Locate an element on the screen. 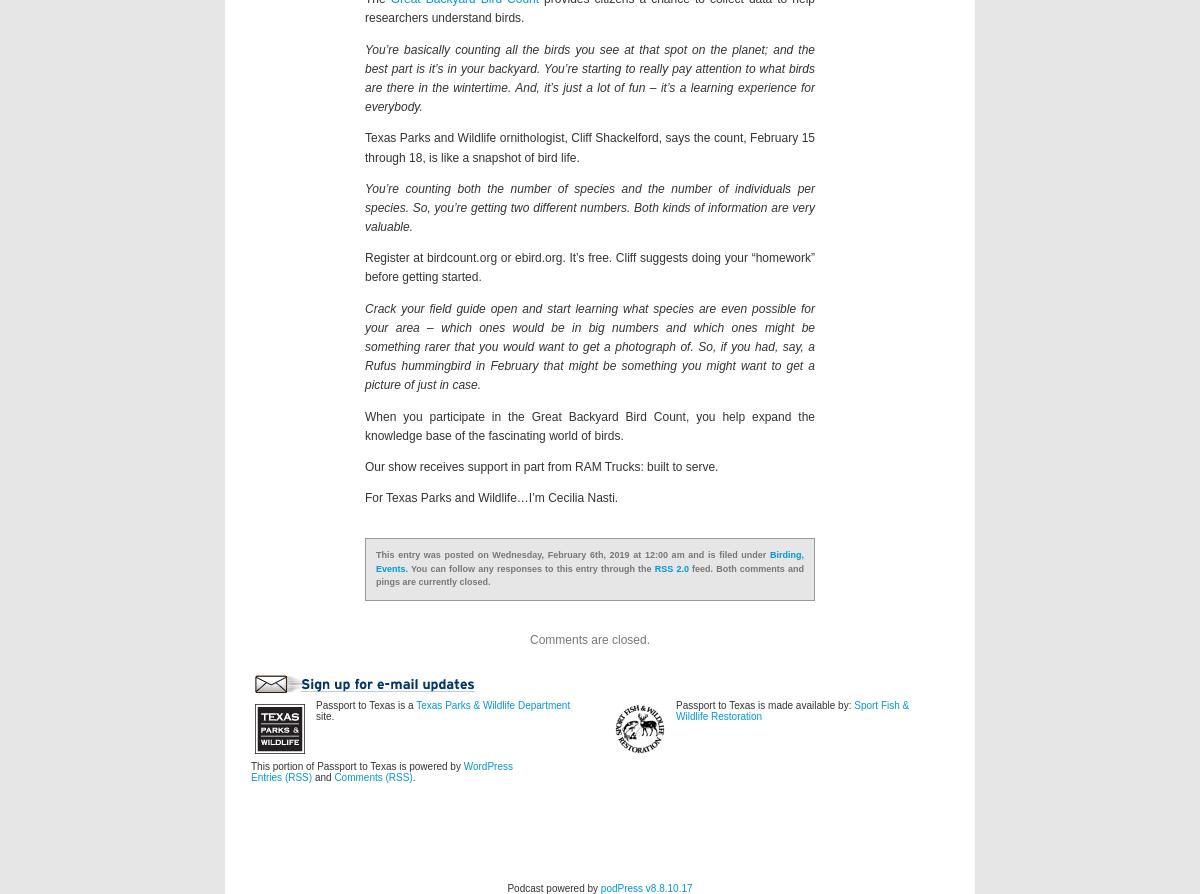 The width and height of the screenshot is (1200, 894). 'podPress v8.8.10.17' is located at coordinates (645, 887).